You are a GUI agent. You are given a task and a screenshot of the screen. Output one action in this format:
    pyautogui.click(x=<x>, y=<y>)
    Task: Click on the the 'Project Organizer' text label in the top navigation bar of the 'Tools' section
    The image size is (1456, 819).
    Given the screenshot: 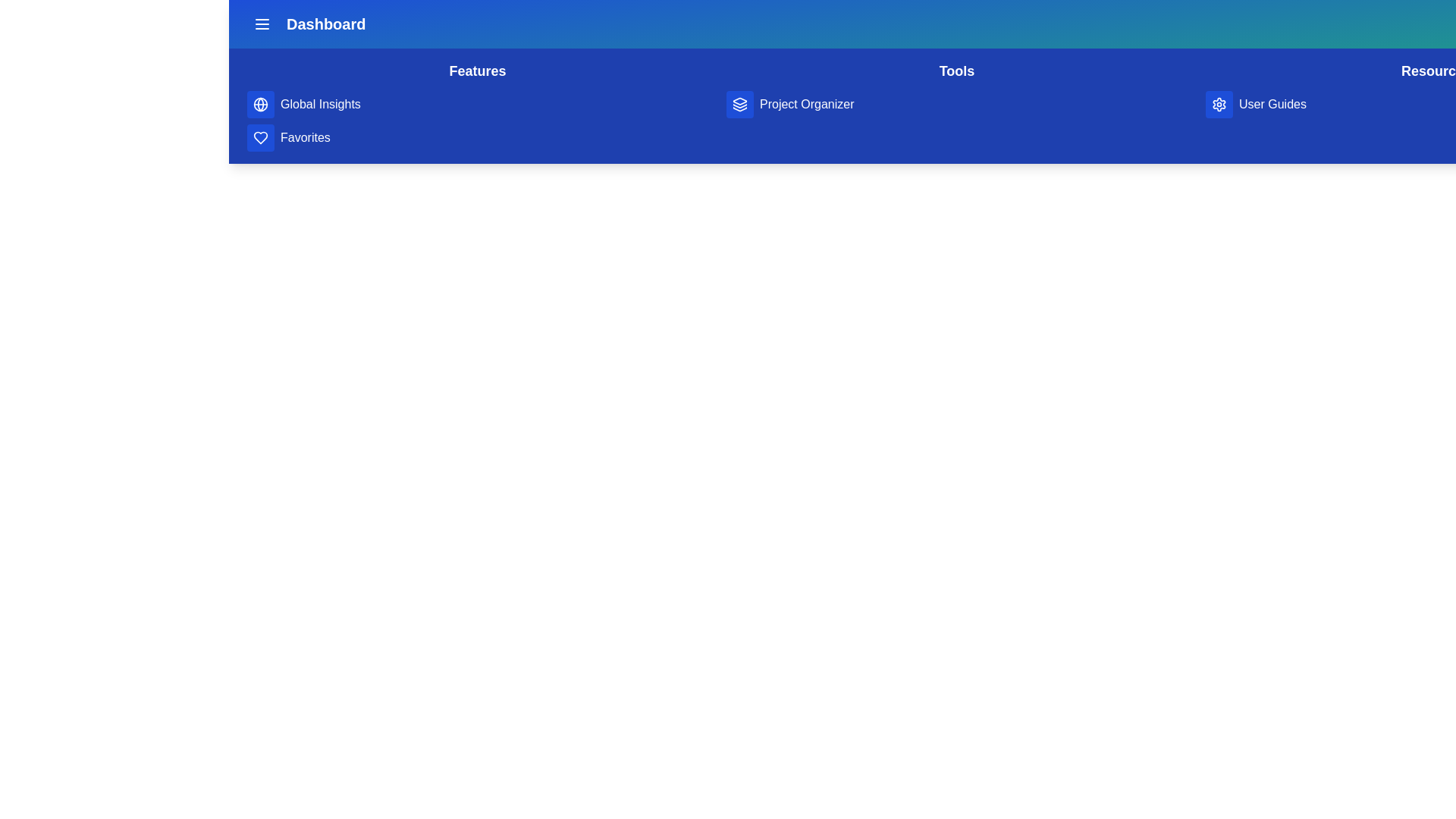 What is the action you would take?
    pyautogui.click(x=806, y=104)
    